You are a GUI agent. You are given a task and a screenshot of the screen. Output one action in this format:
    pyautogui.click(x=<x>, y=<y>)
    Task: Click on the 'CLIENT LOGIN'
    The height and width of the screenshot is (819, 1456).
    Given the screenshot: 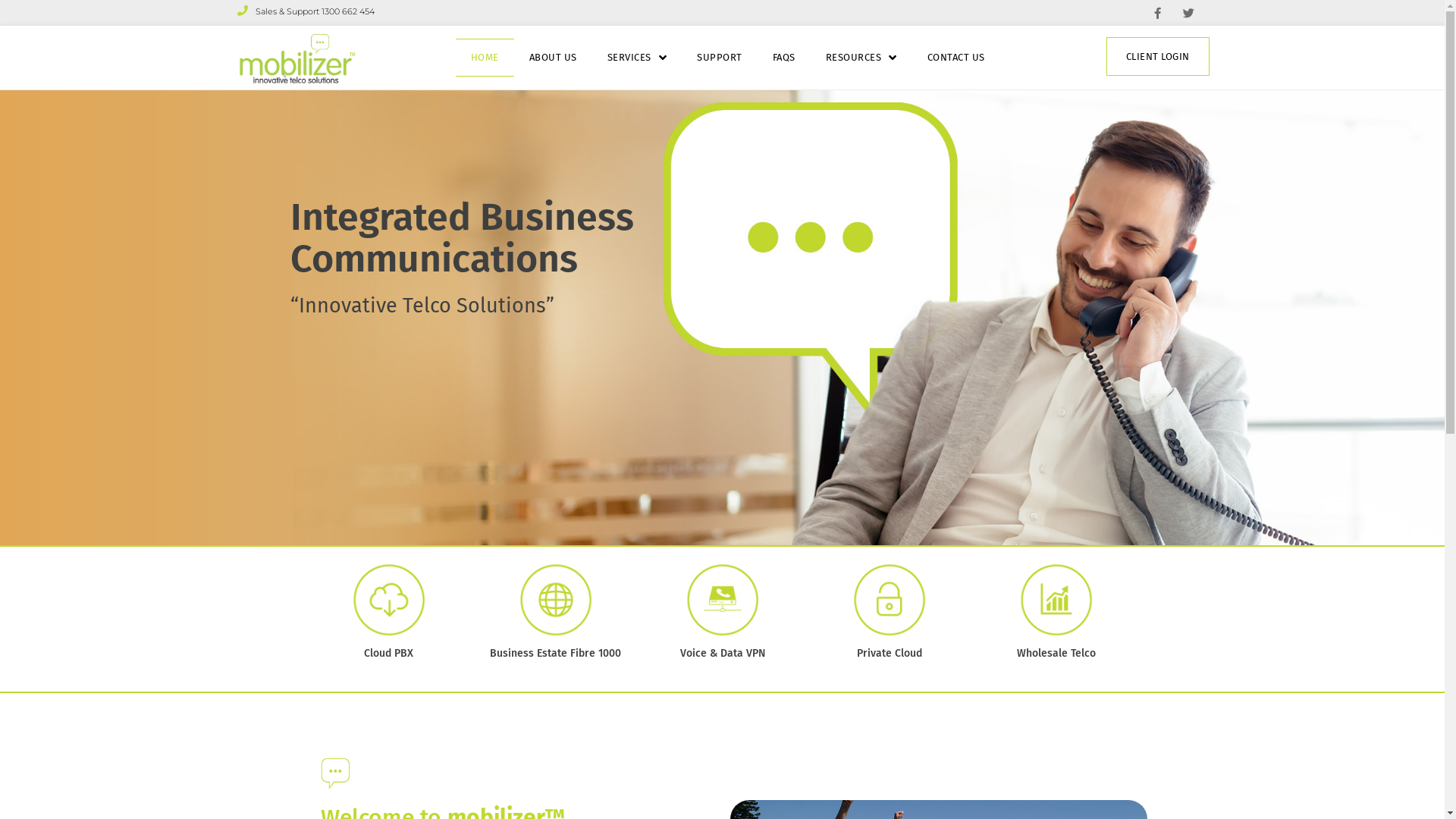 What is the action you would take?
    pyautogui.click(x=1156, y=55)
    